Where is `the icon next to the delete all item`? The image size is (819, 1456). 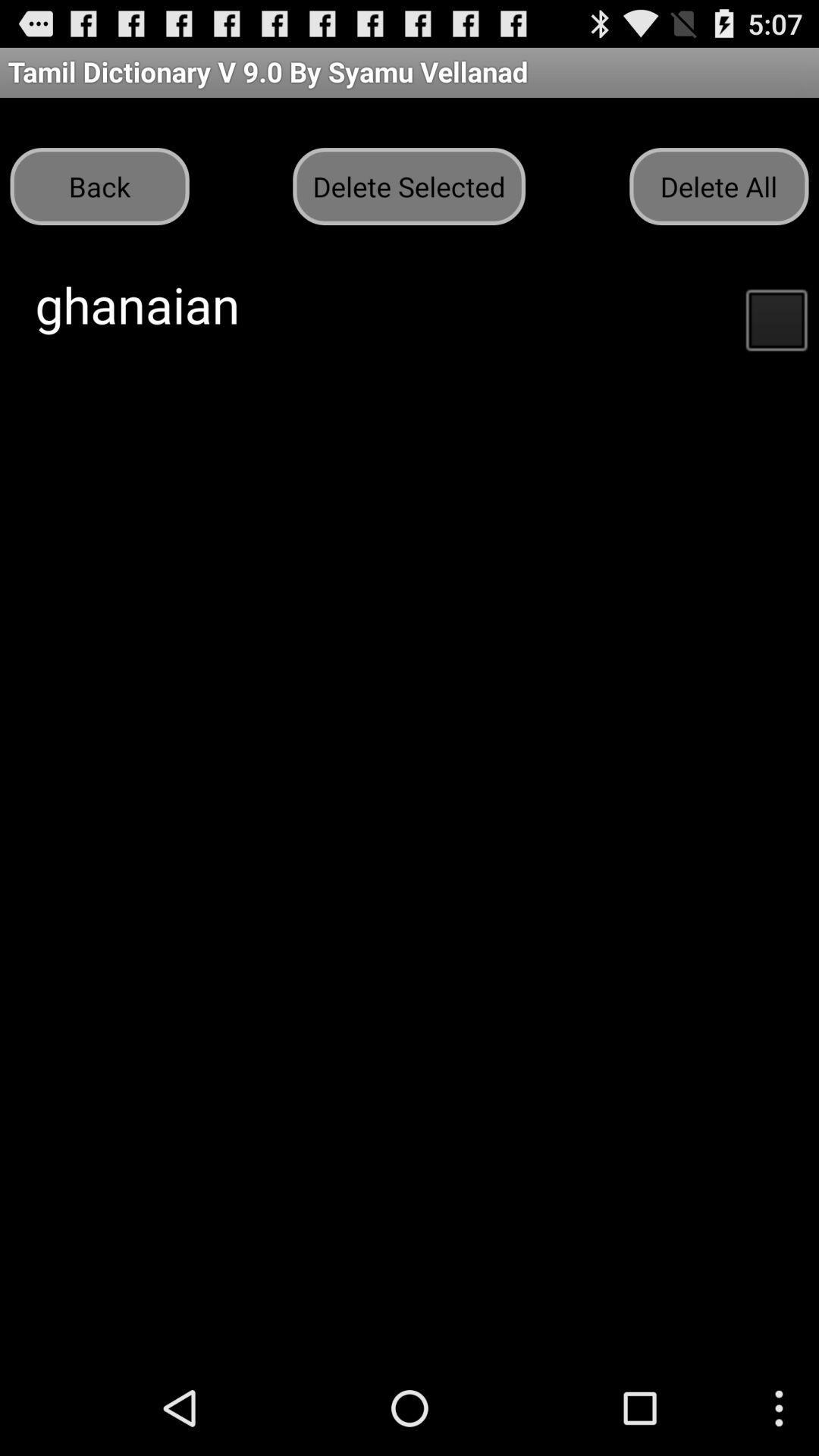
the icon next to the delete all item is located at coordinates (408, 185).